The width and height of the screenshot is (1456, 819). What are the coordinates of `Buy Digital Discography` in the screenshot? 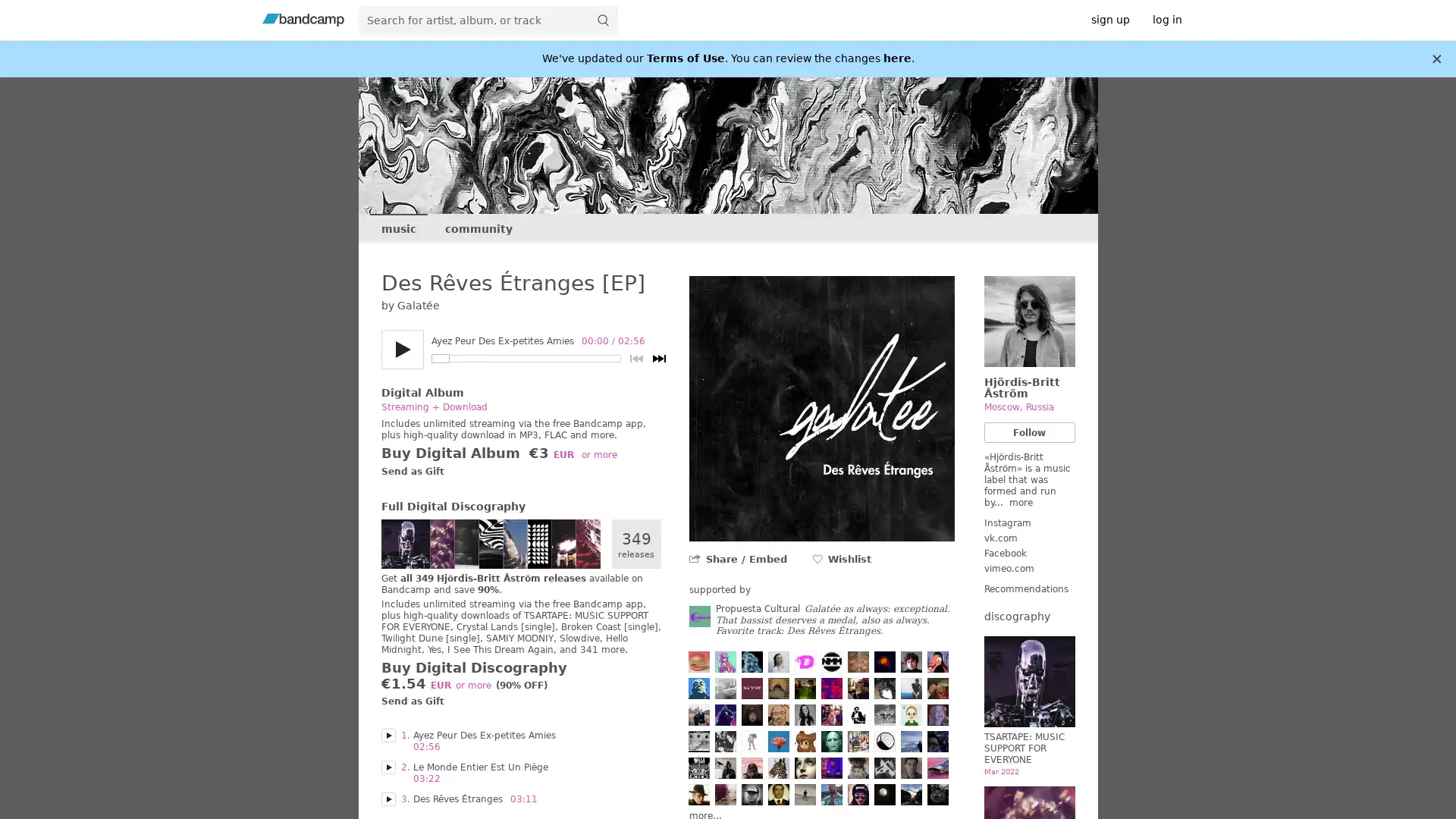 It's located at (472, 666).